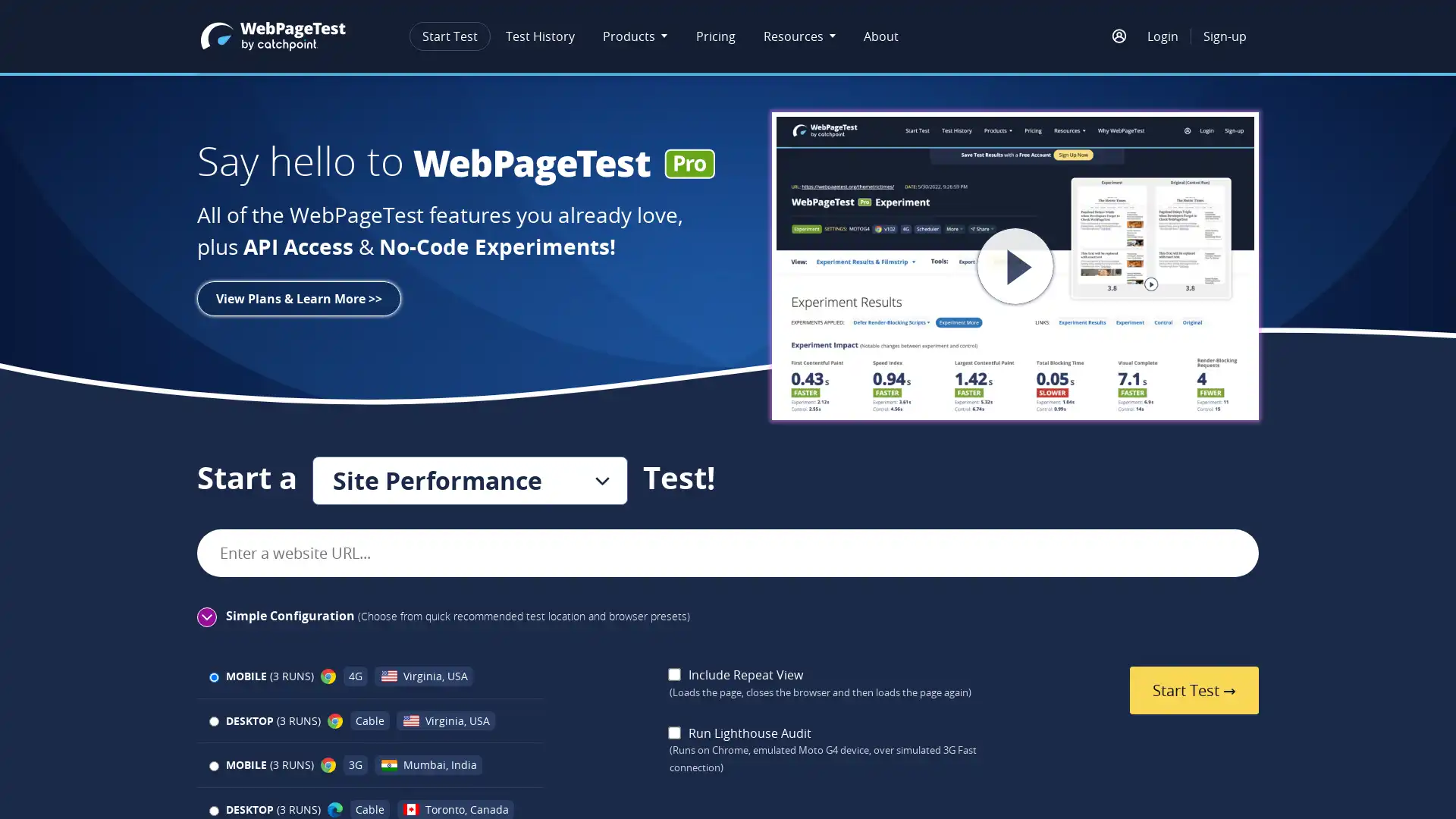 The height and width of the screenshot is (819, 1456). I want to click on Play/Pause Video, so click(956, 265).